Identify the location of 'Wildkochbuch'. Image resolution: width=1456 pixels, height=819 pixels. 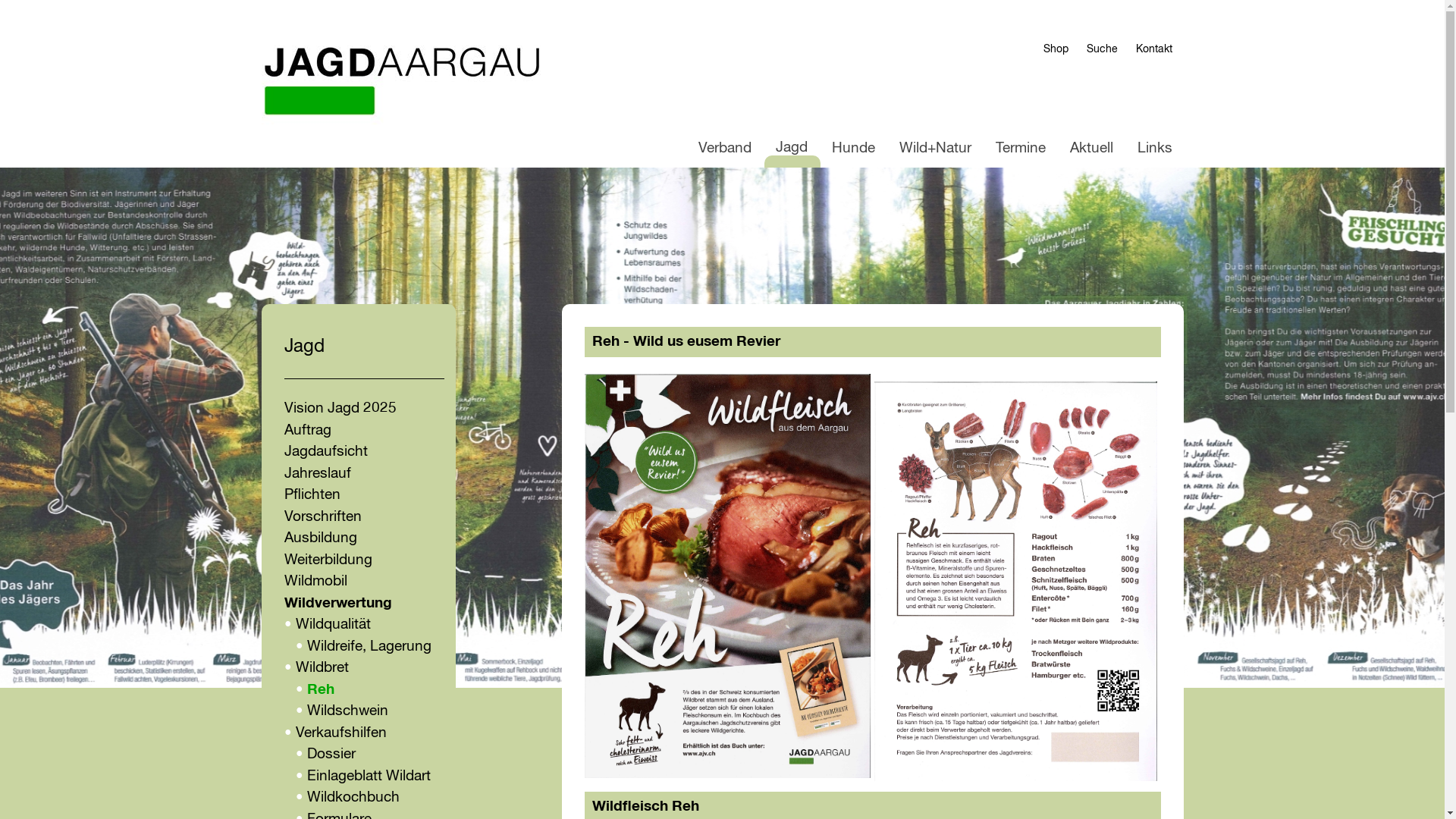
(305, 796).